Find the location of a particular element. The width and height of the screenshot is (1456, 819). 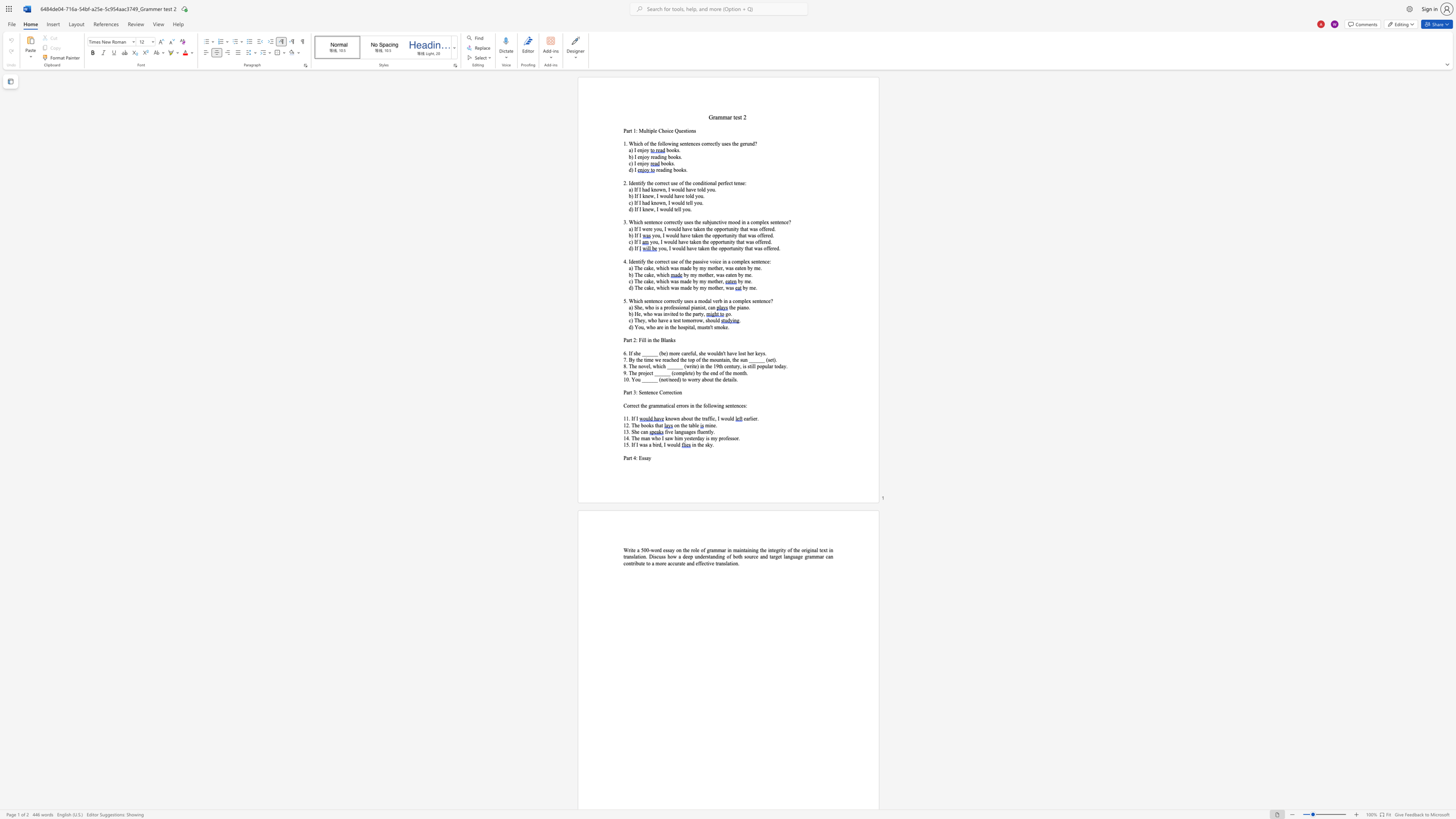

the subset text "If" within the text "d) If" is located at coordinates (634, 248).